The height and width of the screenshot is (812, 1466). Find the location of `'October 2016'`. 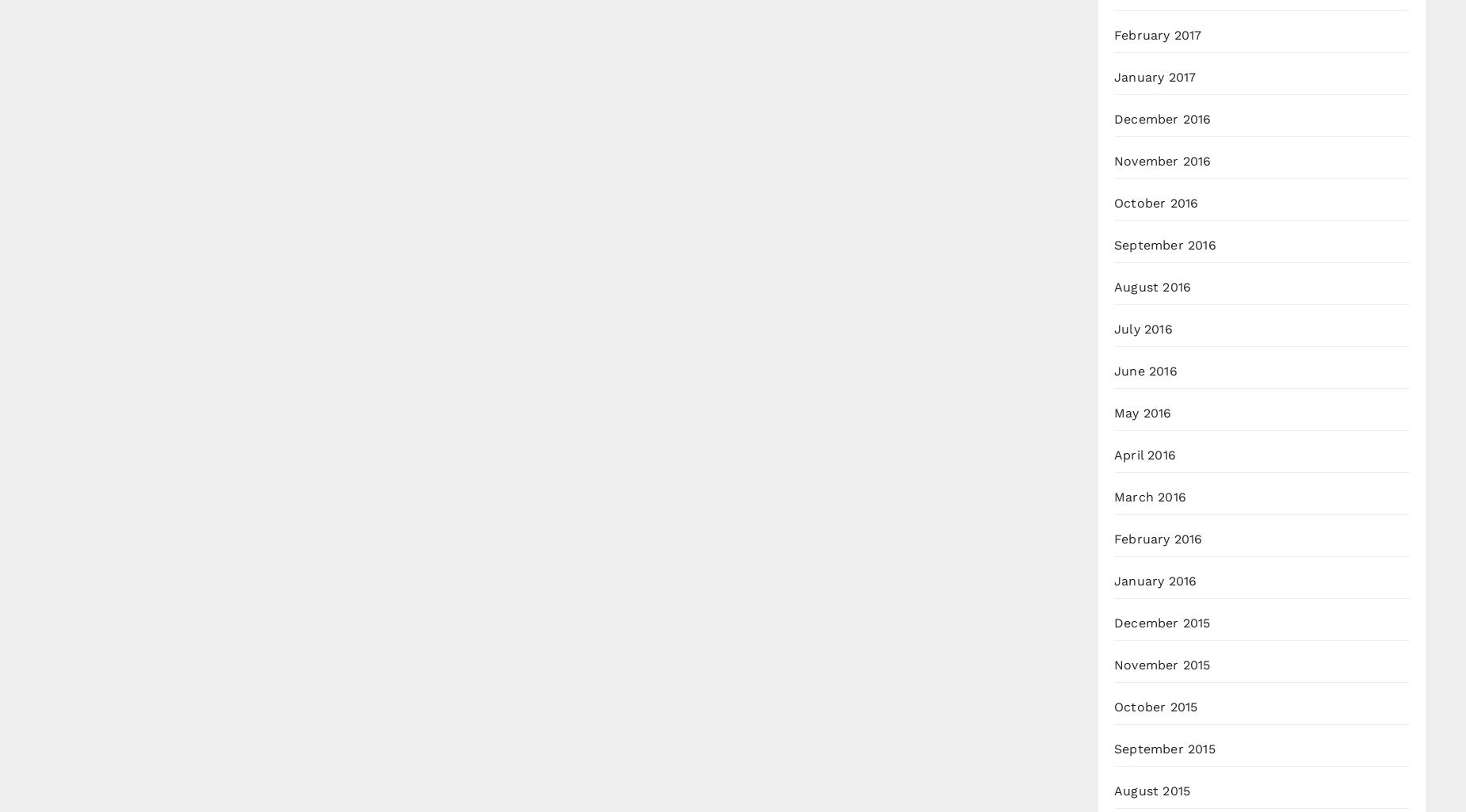

'October 2016' is located at coordinates (1155, 202).